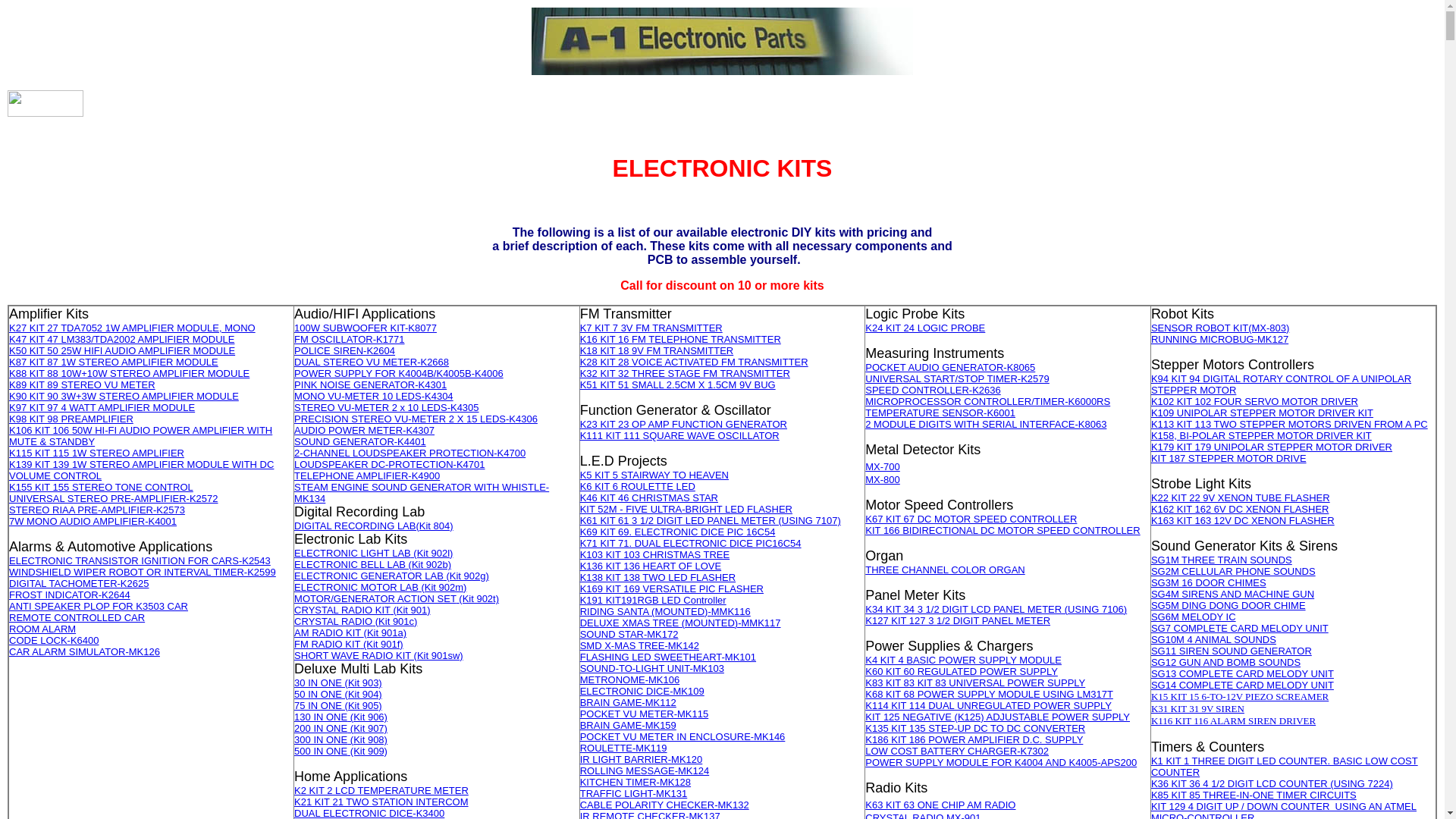 The image size is (1456, 819). I want to click on 'SG7 COMPLETE CARD MELODY UNIT', so click(1150, 628).